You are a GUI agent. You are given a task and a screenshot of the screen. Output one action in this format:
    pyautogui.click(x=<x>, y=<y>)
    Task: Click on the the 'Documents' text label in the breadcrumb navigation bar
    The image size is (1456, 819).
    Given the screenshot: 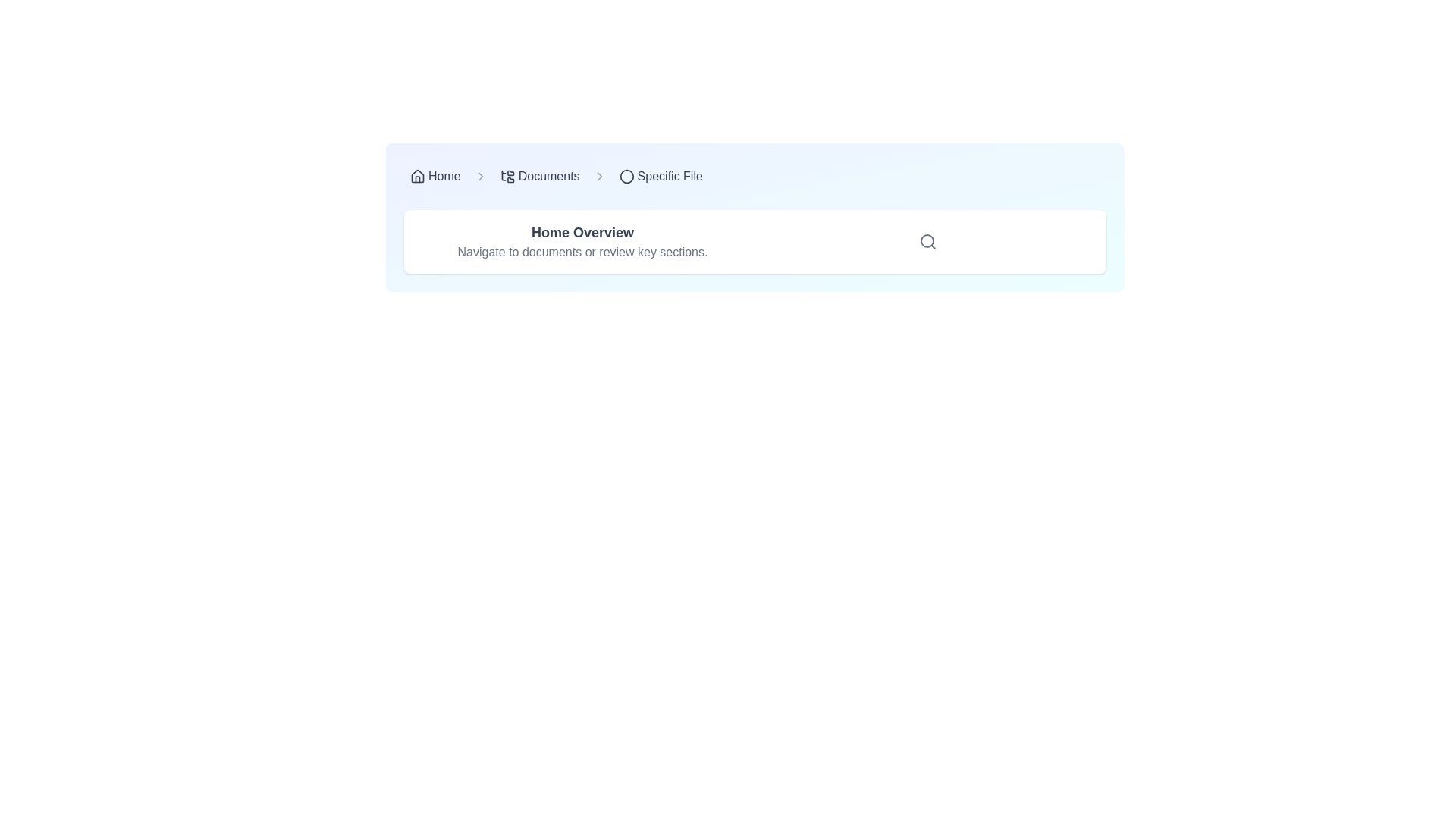 What is the action you would take?
    pyautogui.click(x=548, y=175)
    